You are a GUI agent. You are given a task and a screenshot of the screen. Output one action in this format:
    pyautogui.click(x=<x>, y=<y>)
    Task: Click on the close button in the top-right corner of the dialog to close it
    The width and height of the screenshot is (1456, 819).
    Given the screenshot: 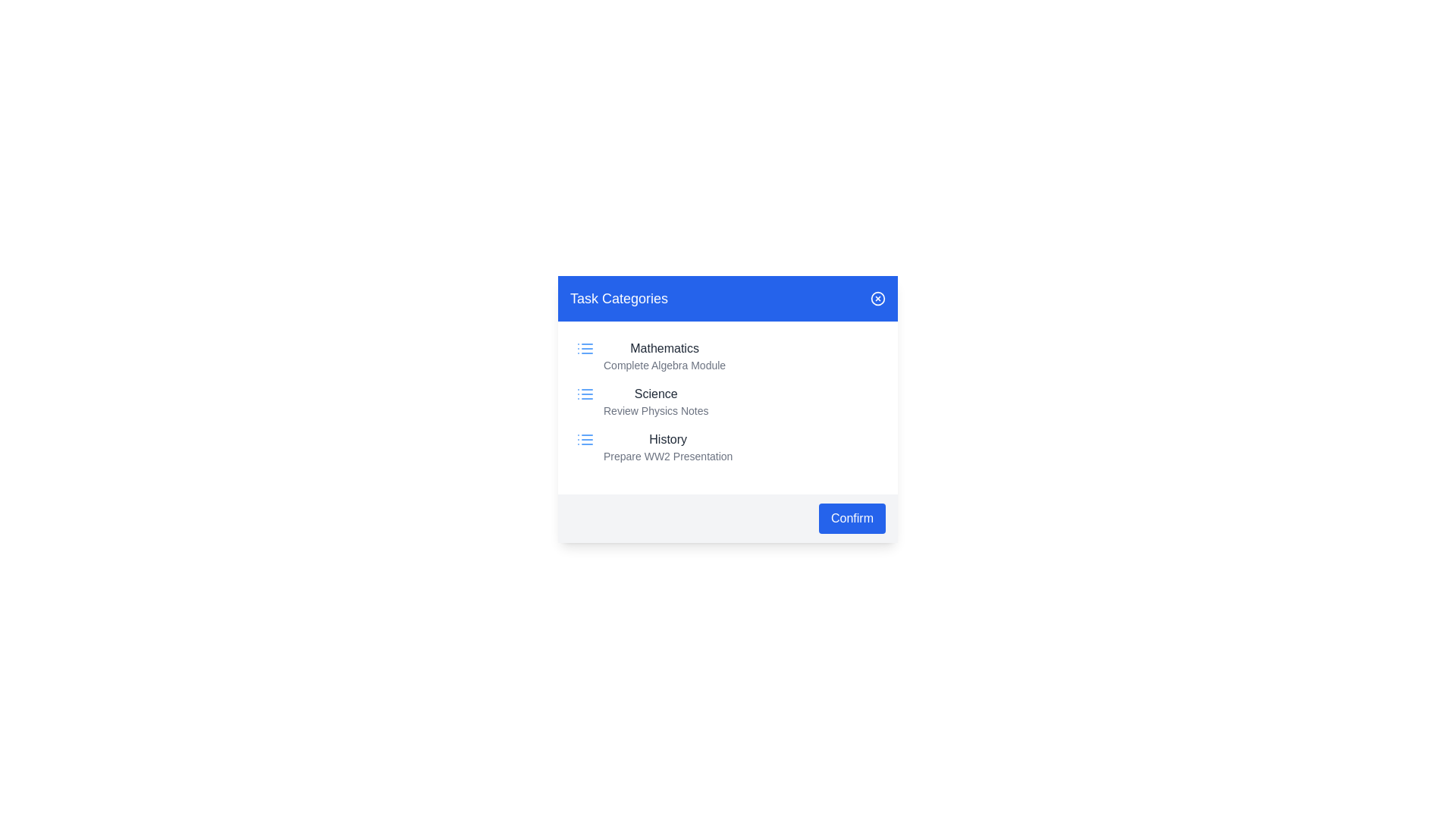 What is the action you would take?
    pyautogui.click(x=877, y=298)
    